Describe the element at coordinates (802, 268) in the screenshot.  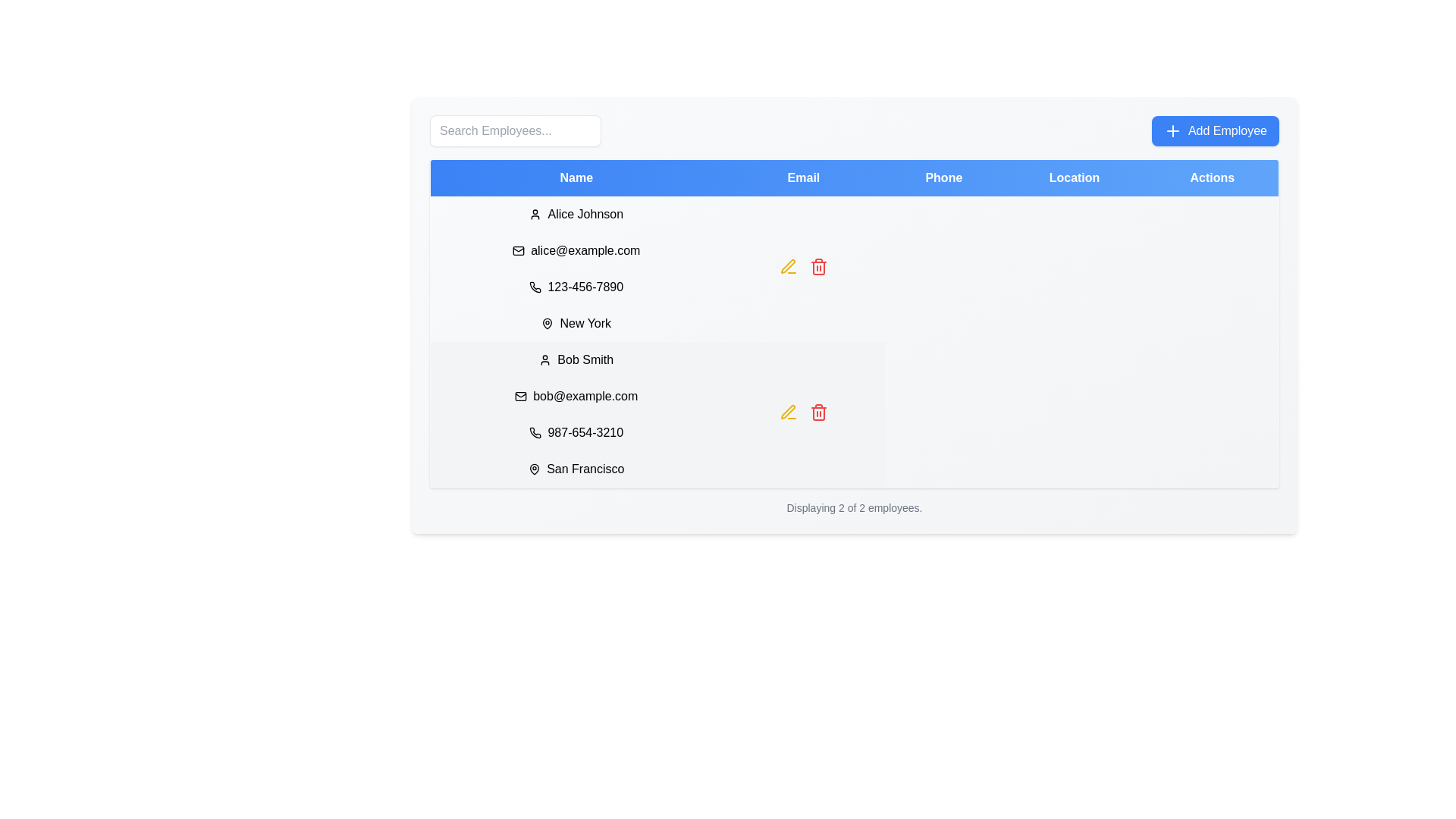
I see `the yellow pencil icon in the Action control panel for the entry of 'Alice Johnson'` at that location.